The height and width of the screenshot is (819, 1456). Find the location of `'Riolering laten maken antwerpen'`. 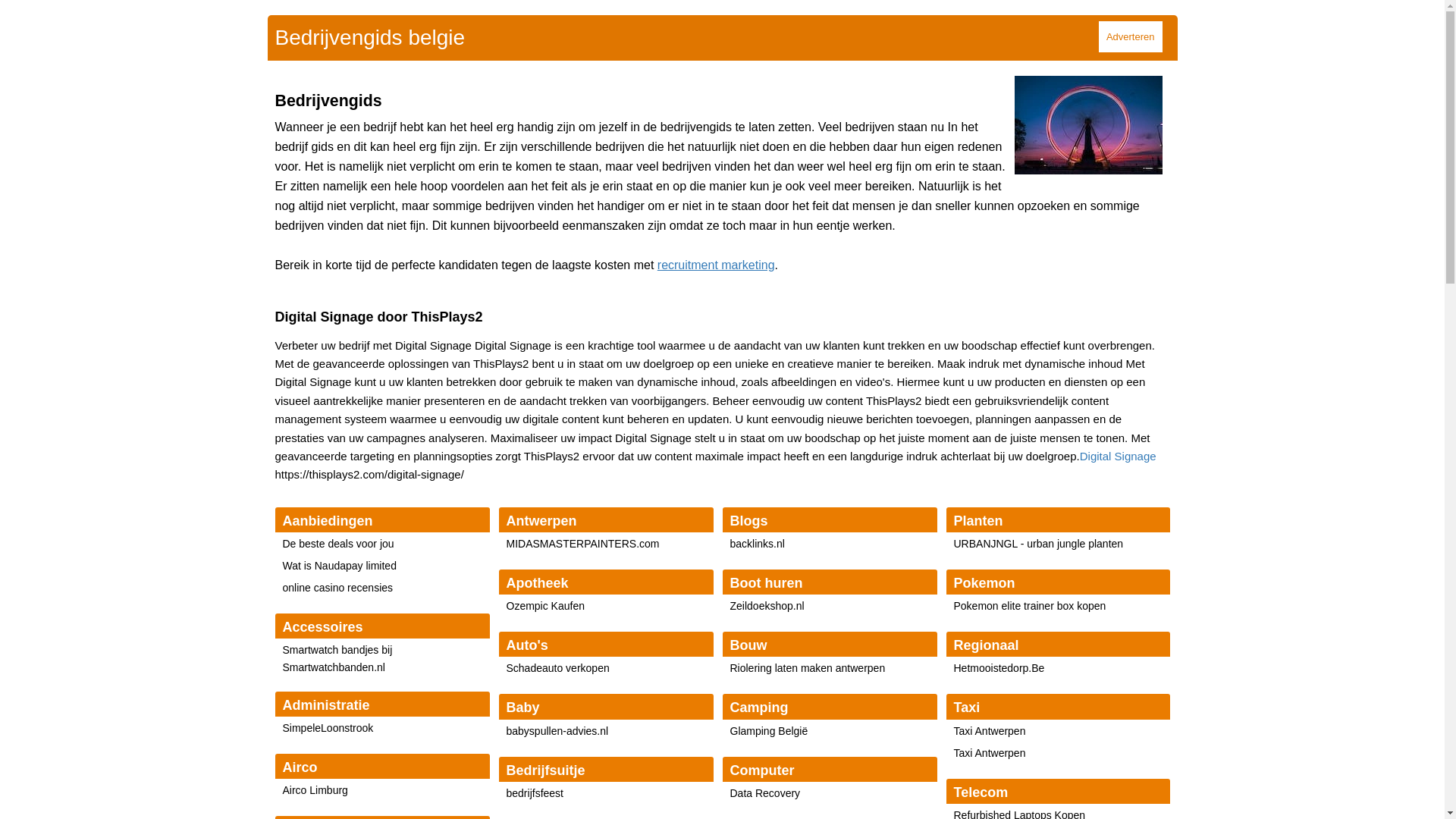

'Riolering laten maken antwerpen' is located at coordinates (806, 667).